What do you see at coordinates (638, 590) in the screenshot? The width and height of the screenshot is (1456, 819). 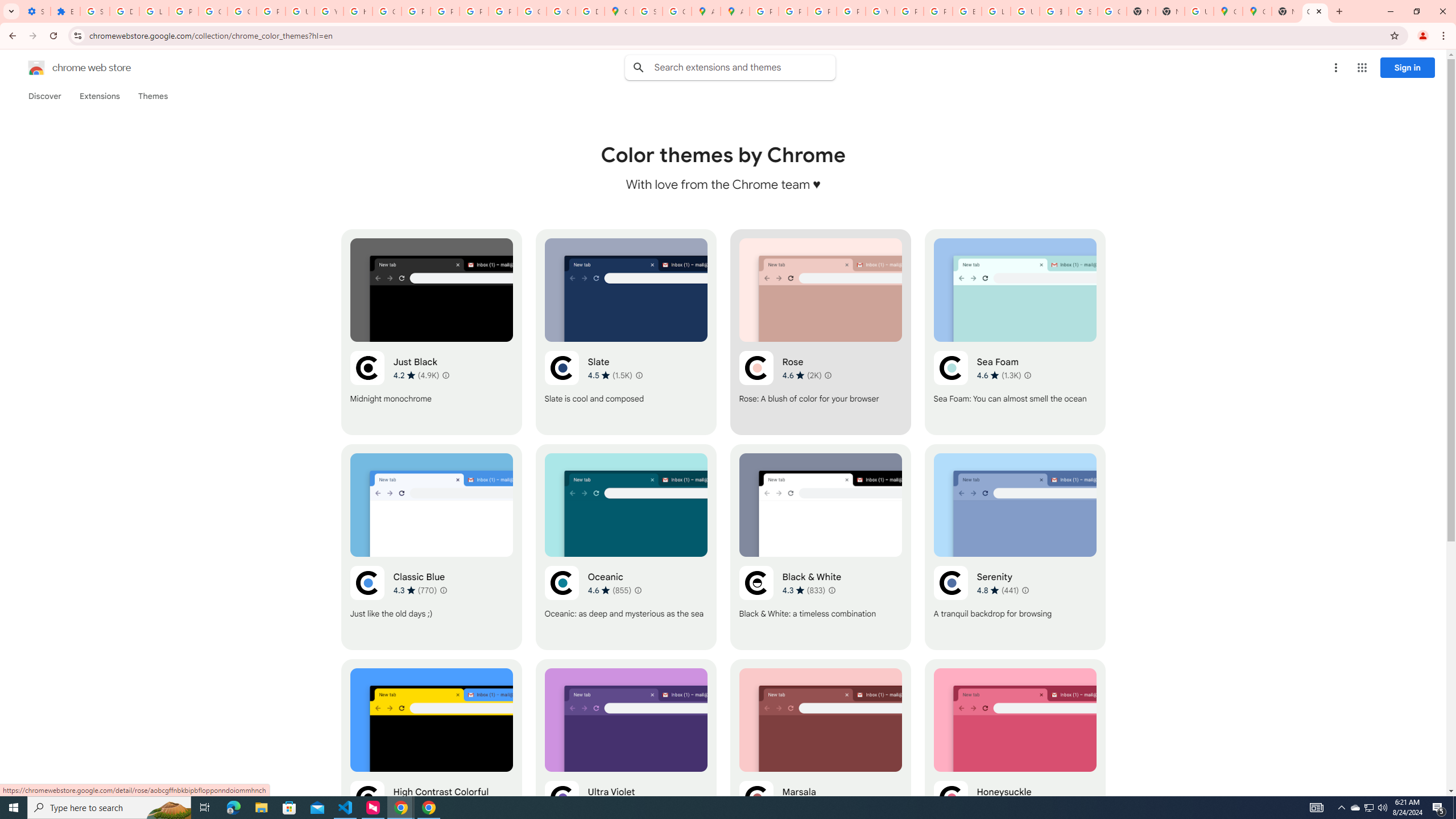 I see `'Learn more about results and reviews "Oceanic"'` at bounding box center [638, 590].